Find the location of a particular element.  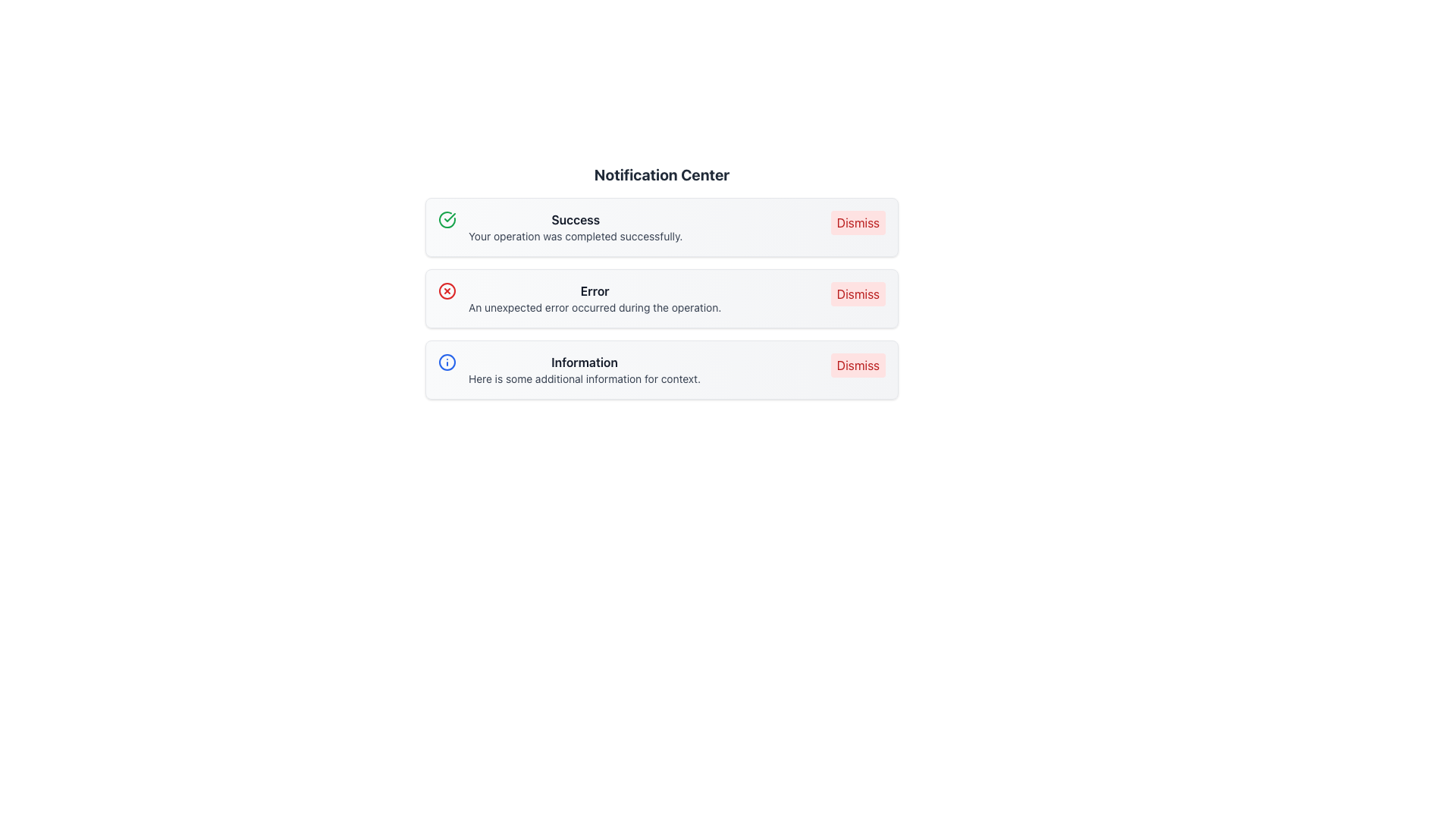

title text of the 'Information' notification card, which is positioned at the top of the card above the description text is located at coordinates (584, 362).